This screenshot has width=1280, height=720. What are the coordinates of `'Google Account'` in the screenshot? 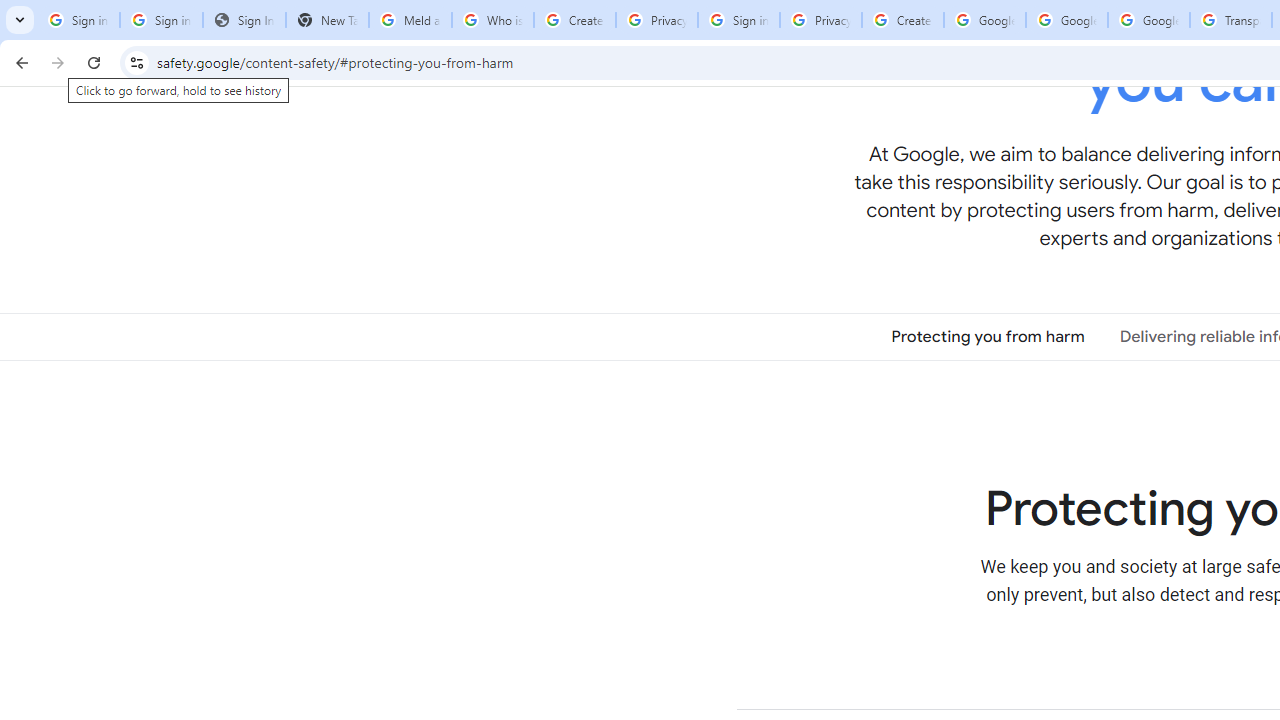 It's located at (1149, 20).